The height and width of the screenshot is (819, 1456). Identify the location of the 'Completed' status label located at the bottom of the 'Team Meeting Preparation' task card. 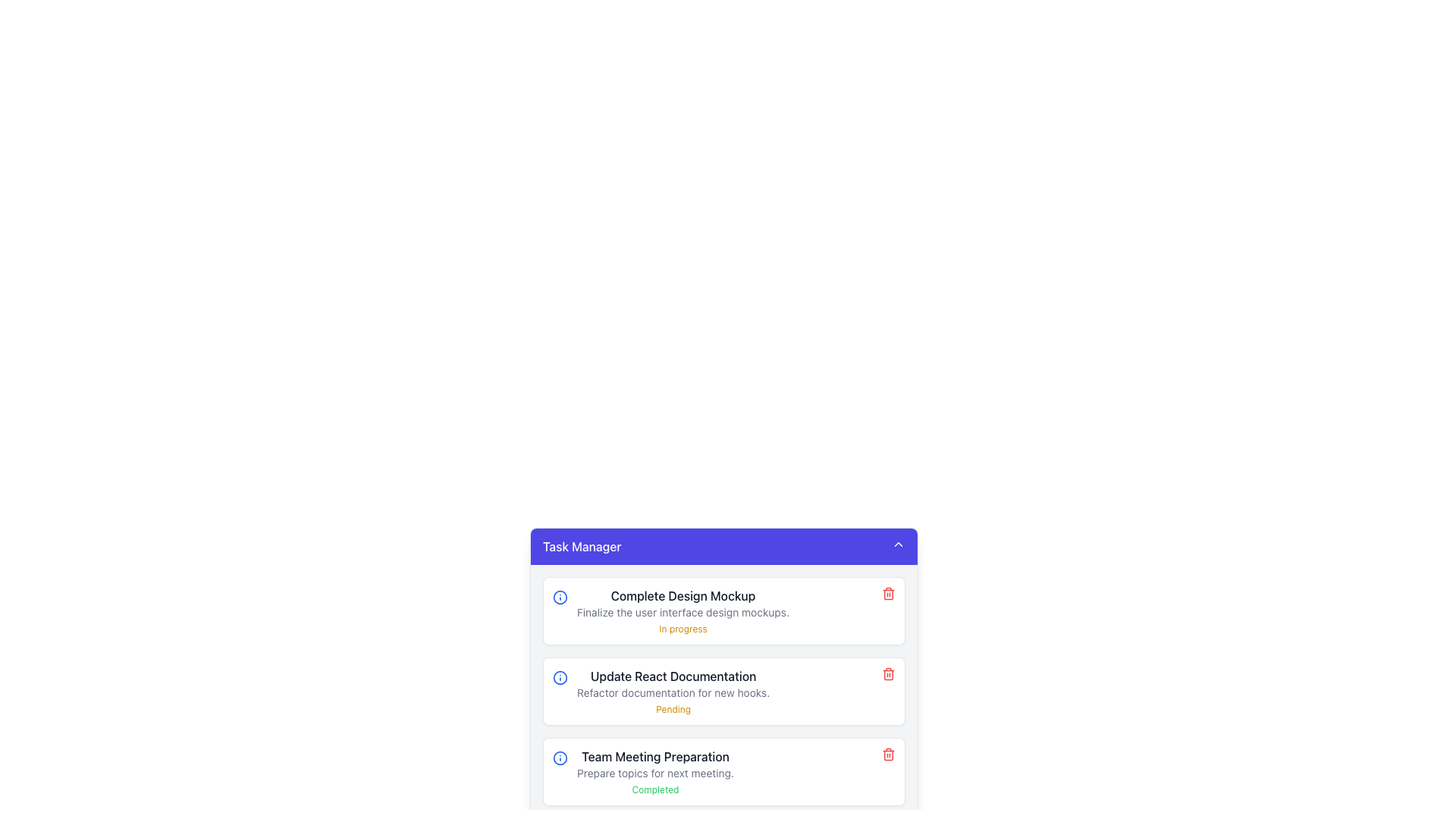
(655, 789).